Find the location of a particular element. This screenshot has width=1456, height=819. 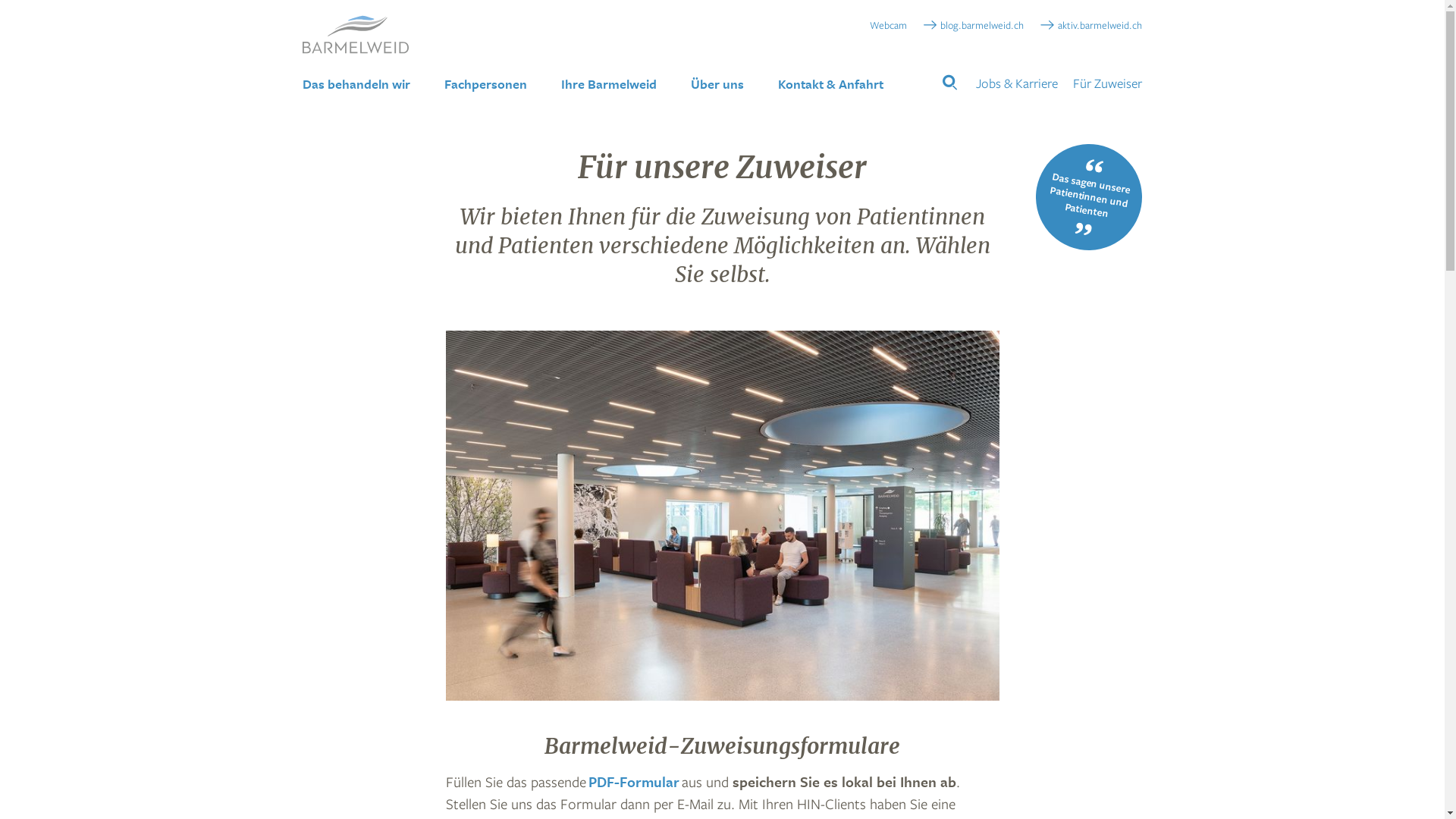

'Jobs & Karriere' is located at coordinates (1016, 83).